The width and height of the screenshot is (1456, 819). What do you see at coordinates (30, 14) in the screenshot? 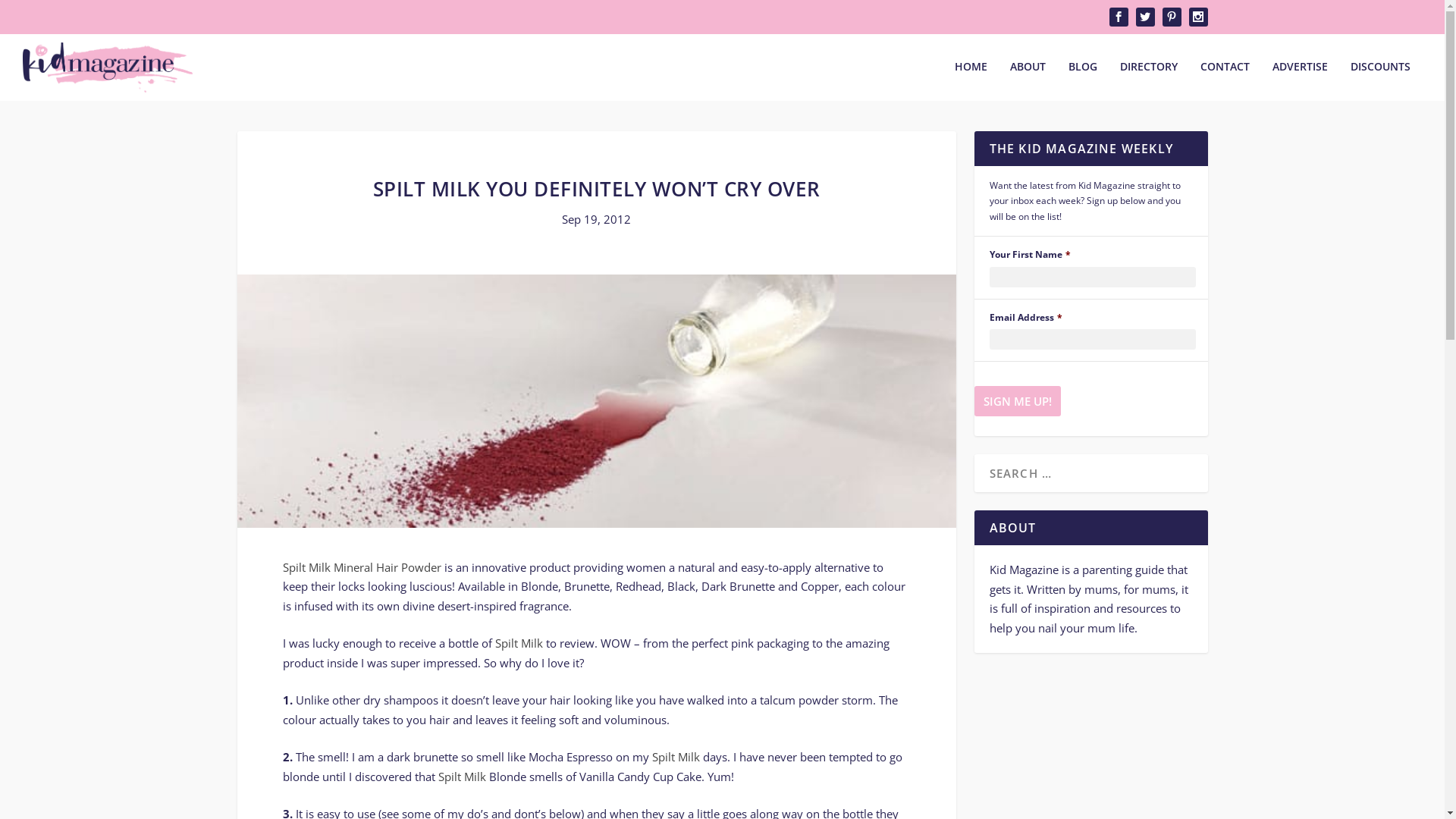
I see `'Search'` at bounding box center [30, 14].